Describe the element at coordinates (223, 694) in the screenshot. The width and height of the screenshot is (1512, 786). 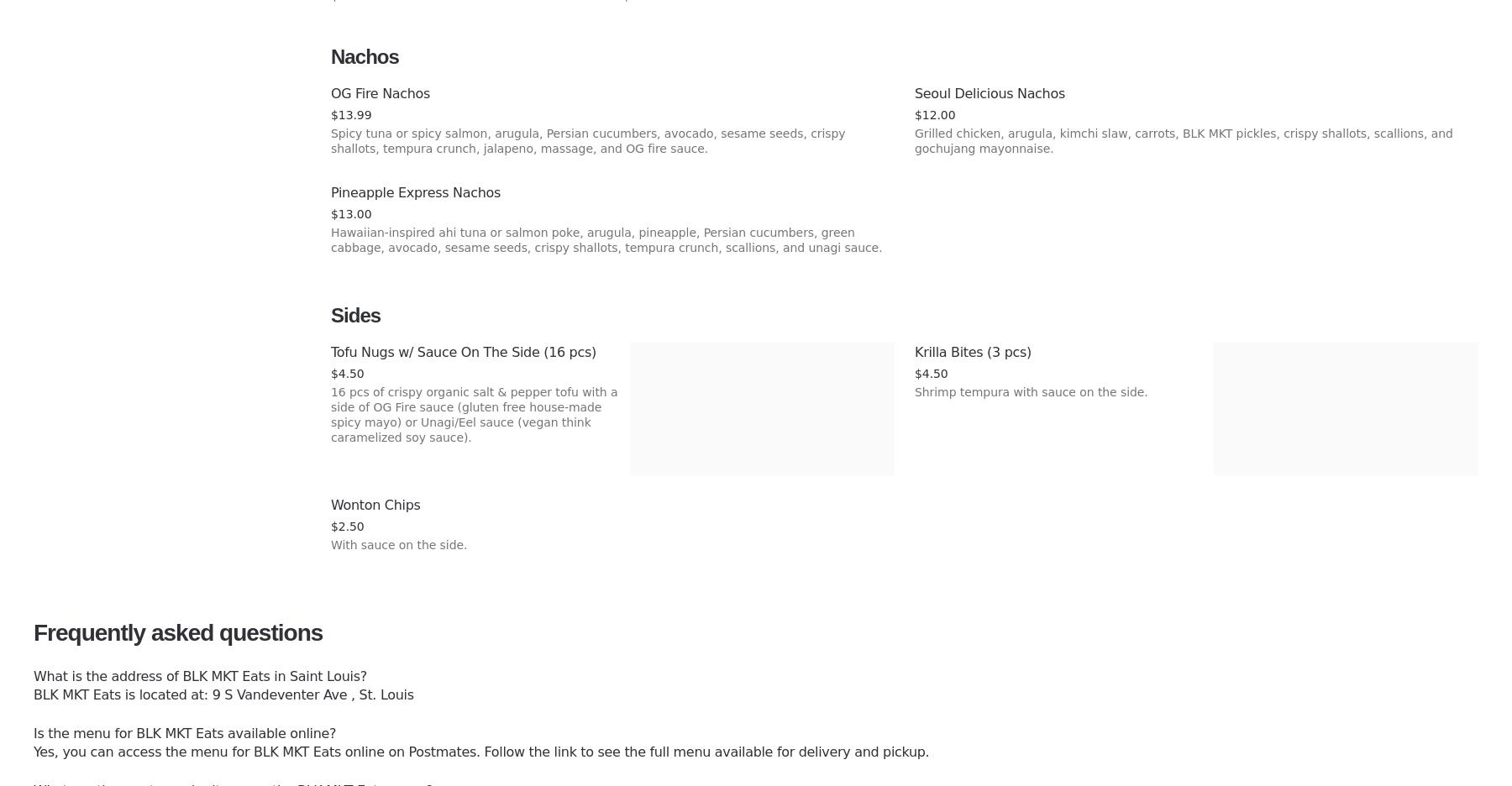
I see `'BLK MKT Eats is located at: 9 S Vandeventer Ave , St. Louis'` at that location.